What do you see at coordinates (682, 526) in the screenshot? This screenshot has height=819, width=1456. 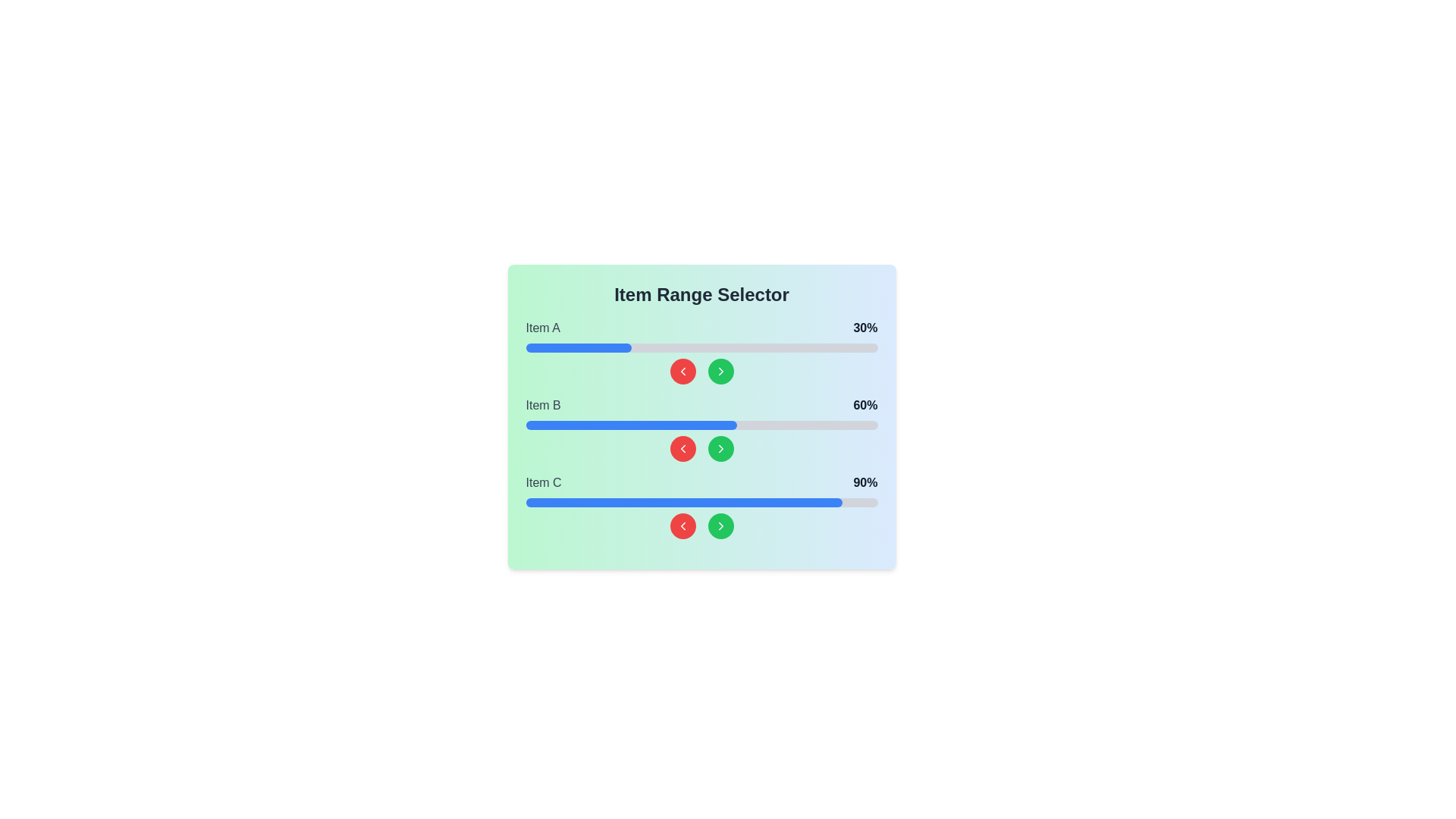 I see `the decrement button located to the right of the 'Item C' progress bar to decrease the associated value` at bounding box center [682, 526].